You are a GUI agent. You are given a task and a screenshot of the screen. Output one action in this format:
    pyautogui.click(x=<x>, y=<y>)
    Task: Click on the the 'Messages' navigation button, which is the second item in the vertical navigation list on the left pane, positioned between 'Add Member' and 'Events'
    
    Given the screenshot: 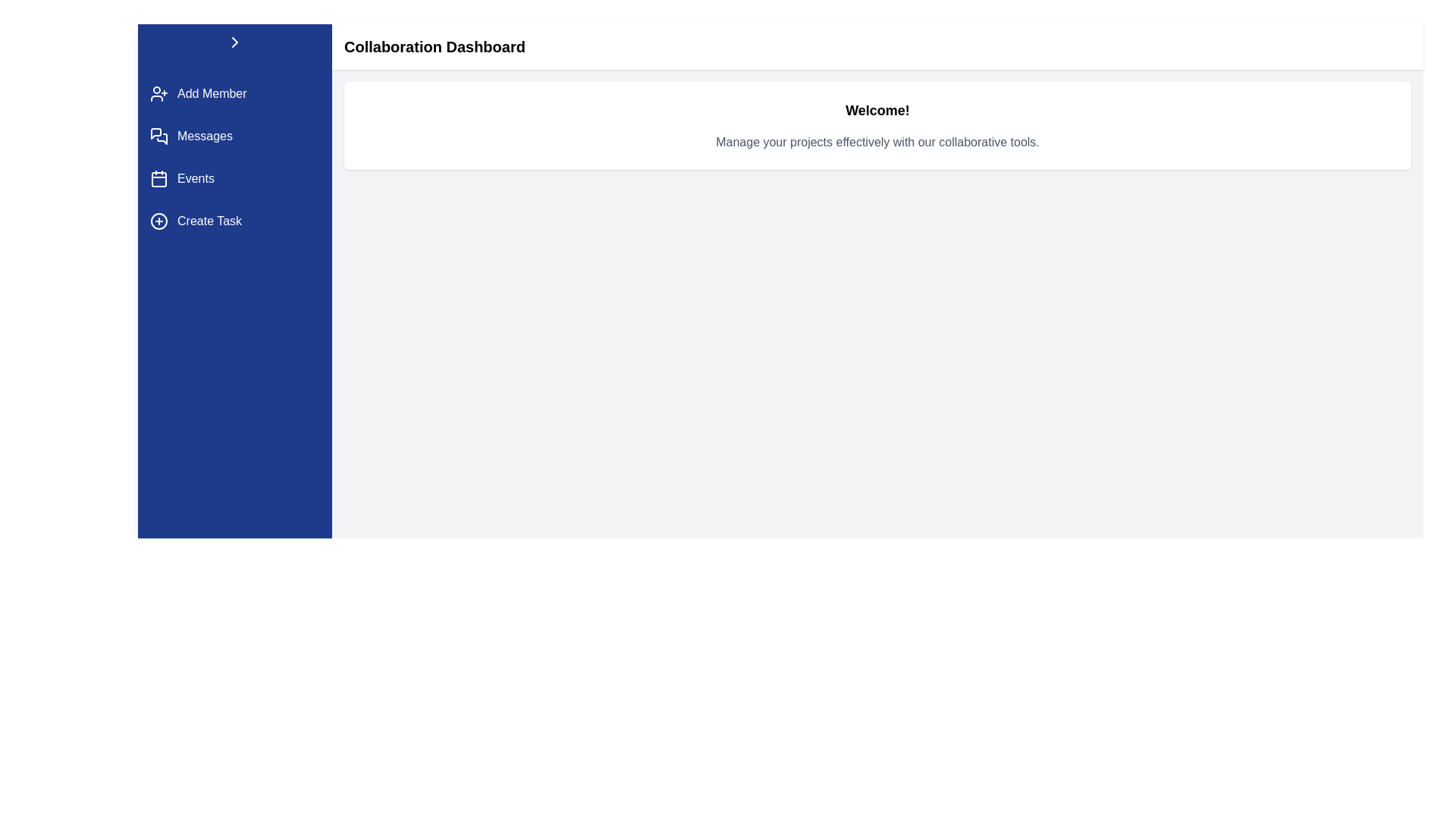 What is the action you would take?
    pyautogui.click(x=234, y=136)
    